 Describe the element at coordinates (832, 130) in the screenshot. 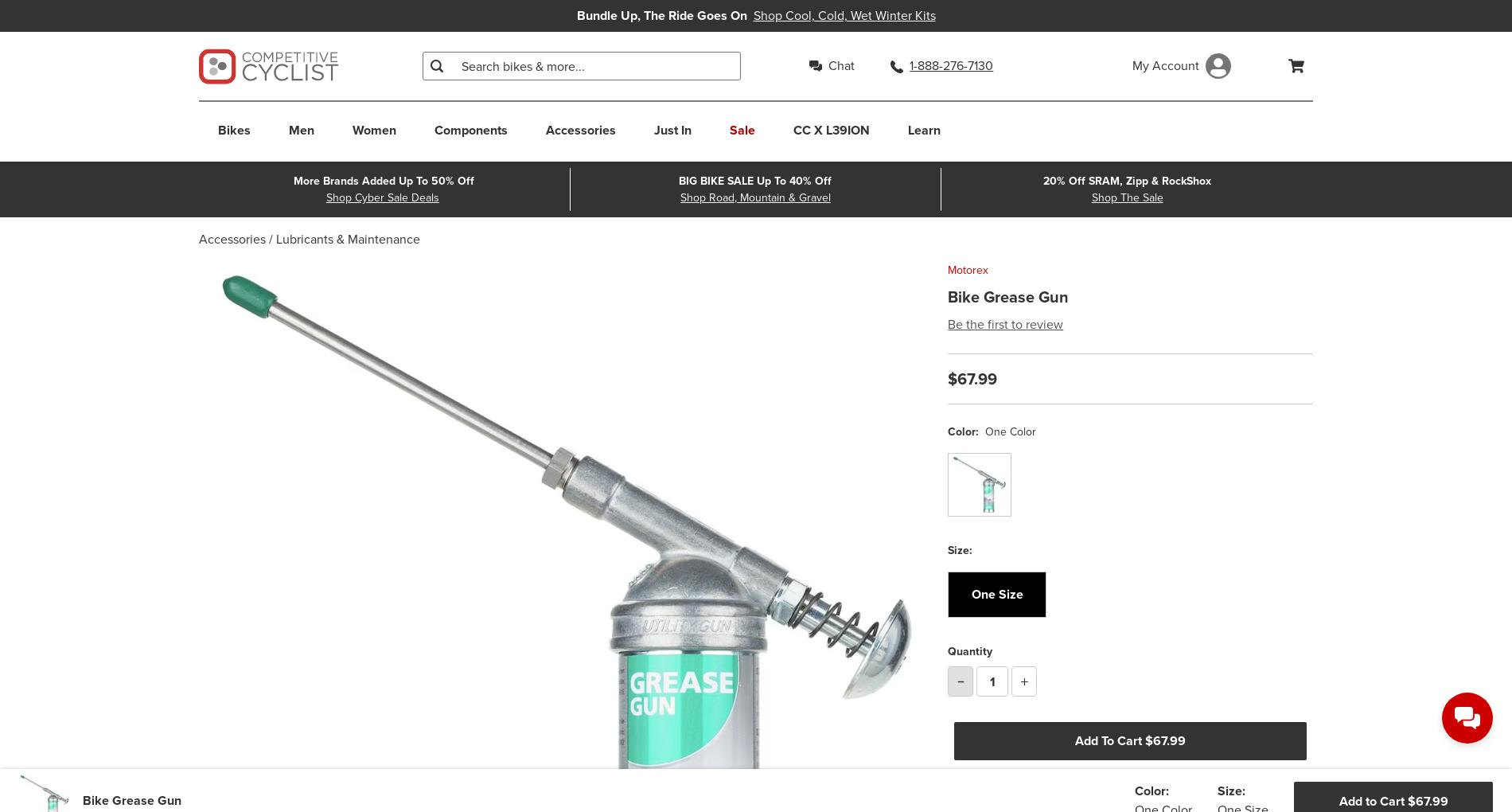

I see `'CC X L39ION'` at that location.